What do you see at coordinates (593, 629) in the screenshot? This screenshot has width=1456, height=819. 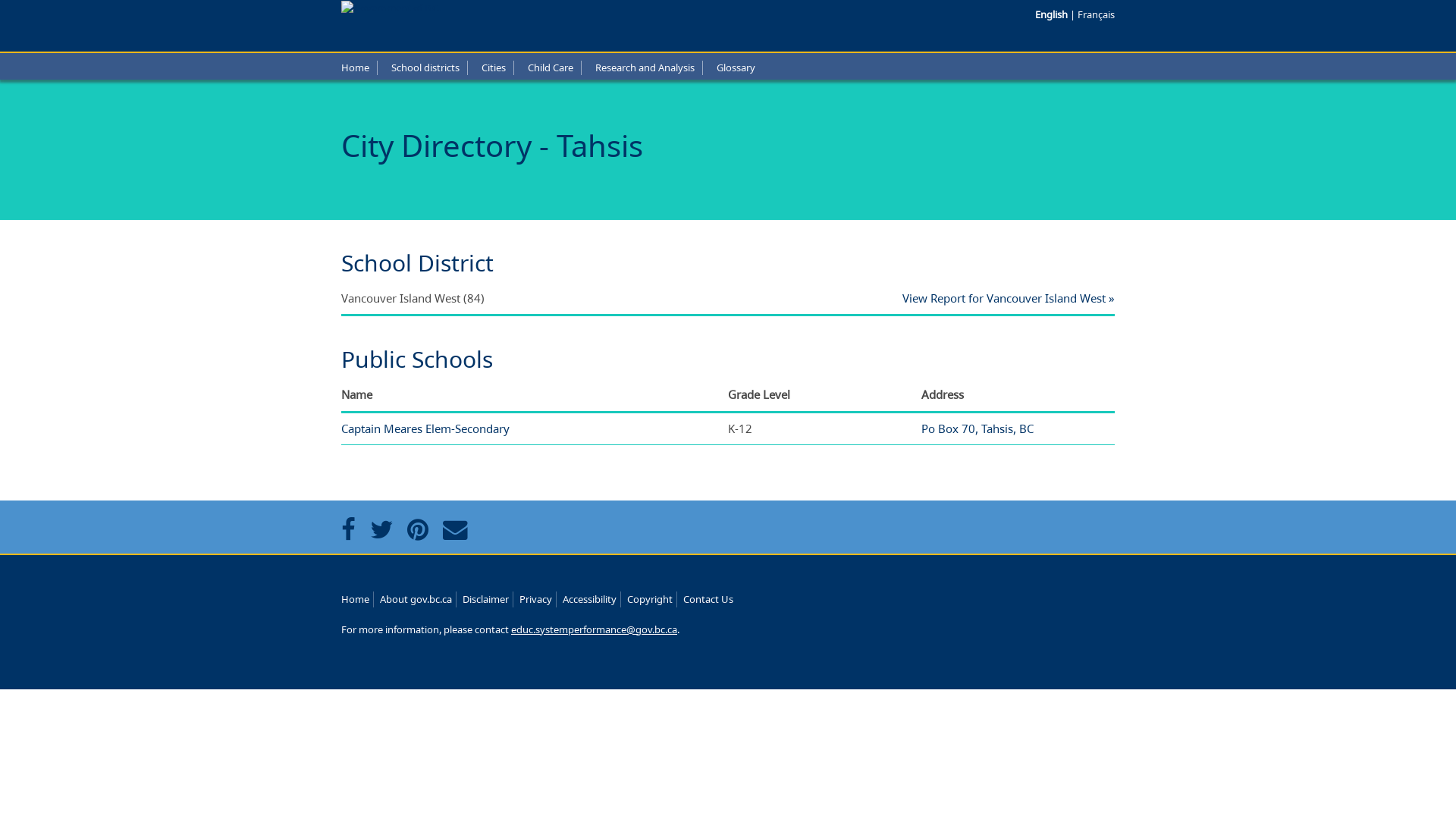 I see `'educ.systemperformance@gov.bc.ca'` at bounding box center [593, 629].